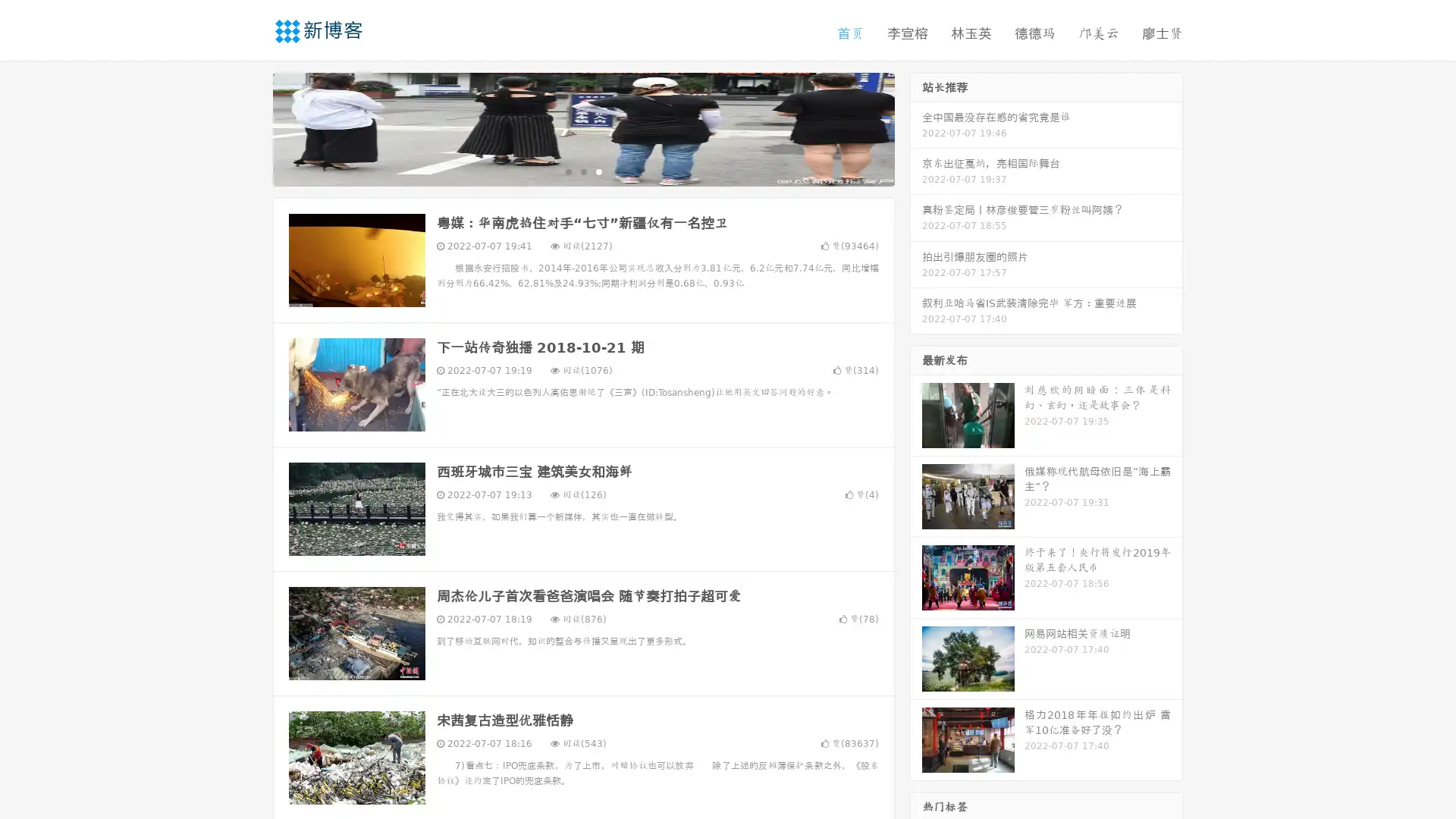 The height and width of the screenshot is (819, 1456). What do you see at coordinates (250, 127) in the screenshot?
I see `Previous slide` at bounding box center [250, 127].